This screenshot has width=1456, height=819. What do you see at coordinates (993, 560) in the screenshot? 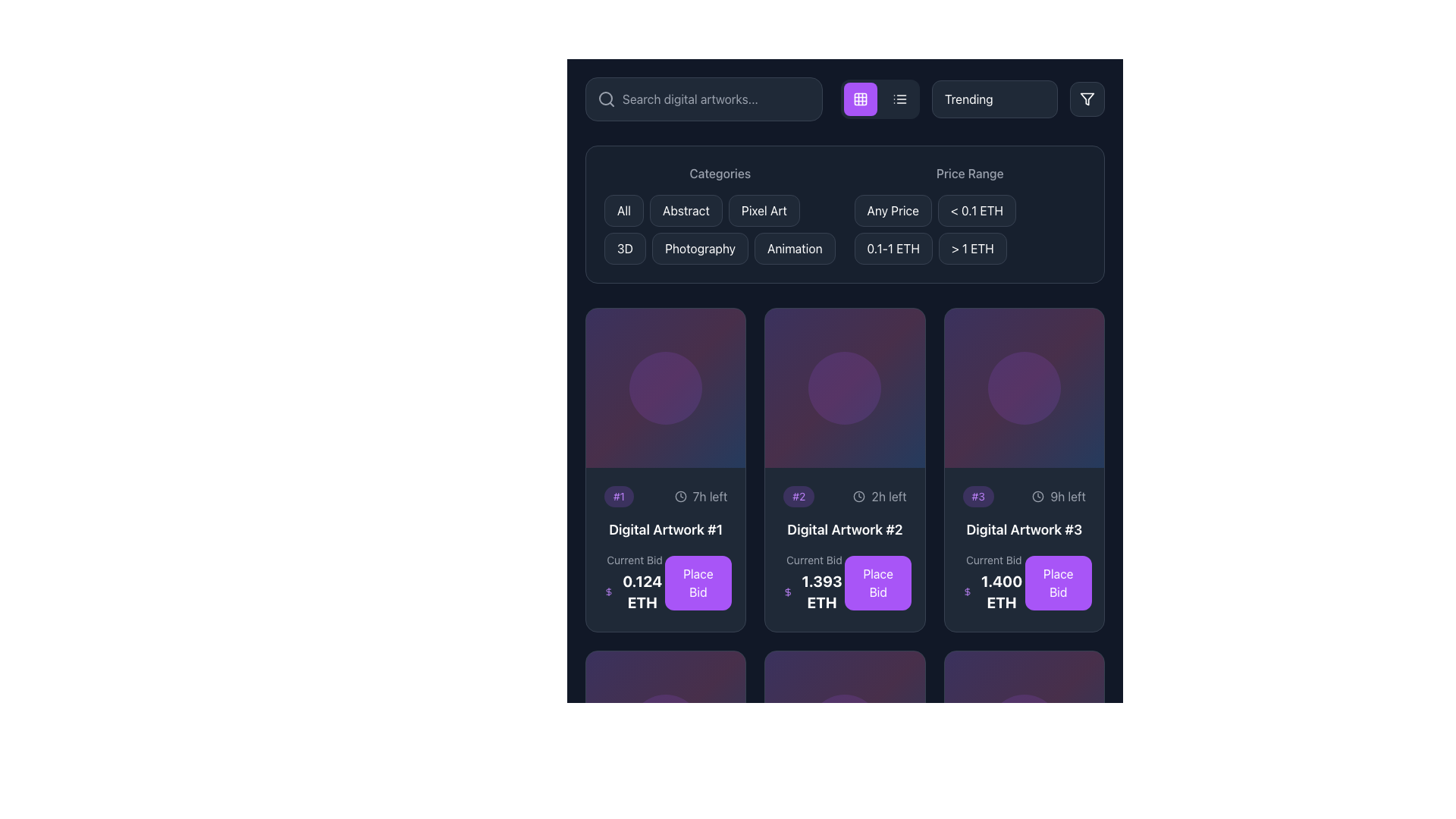
I see `the Text label that describes the current bid amount for the item, which is located above the value '1.400 ETH' and below the header 'Digital Artwork #3'` at bounding box center [993, 560].